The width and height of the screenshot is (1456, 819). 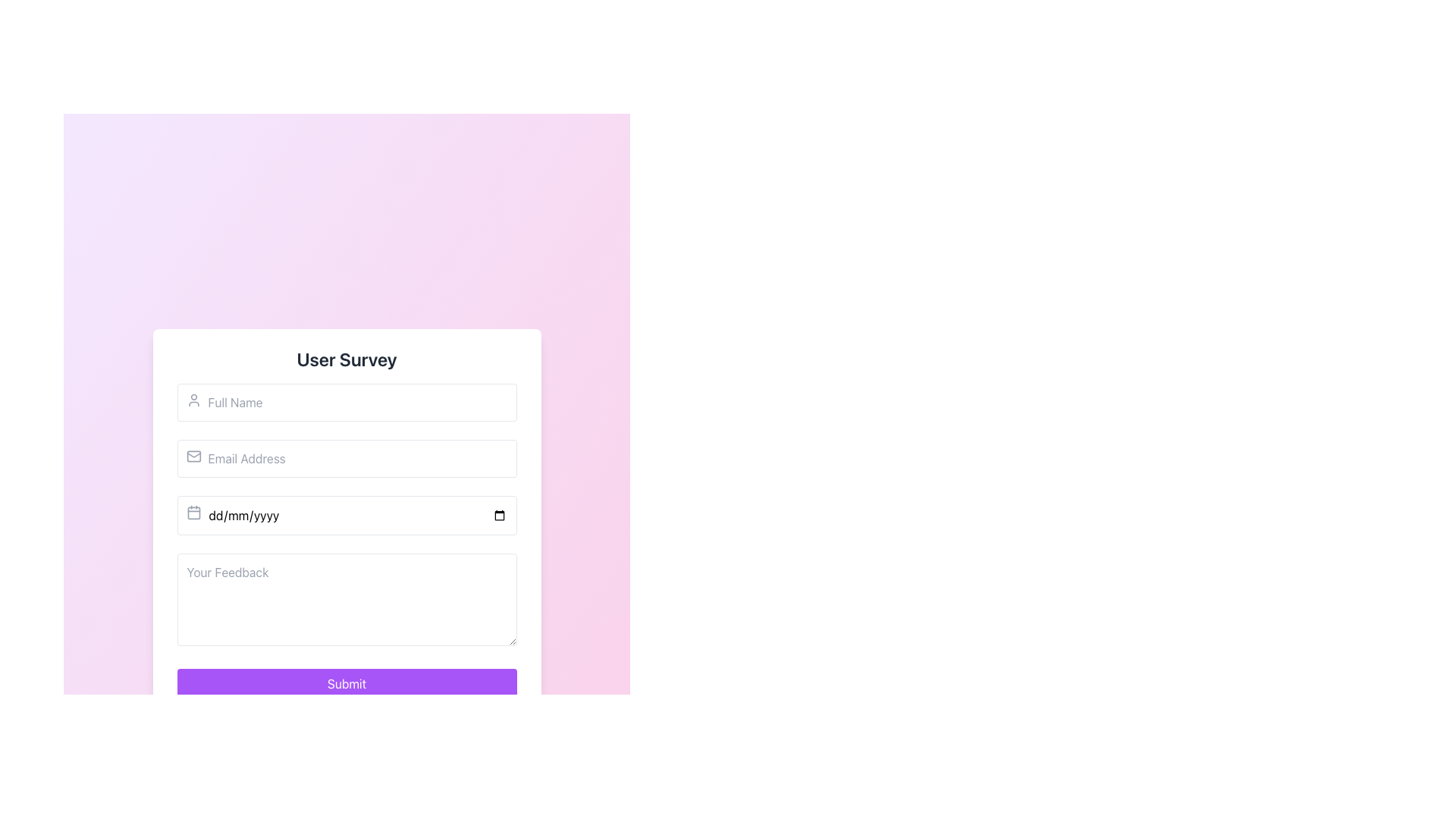 I want to click on the Decorative Icon adjacent to the 'Email Address' input field to visually indicate its function as an embellishment for email input, so click(x=193, y=455).